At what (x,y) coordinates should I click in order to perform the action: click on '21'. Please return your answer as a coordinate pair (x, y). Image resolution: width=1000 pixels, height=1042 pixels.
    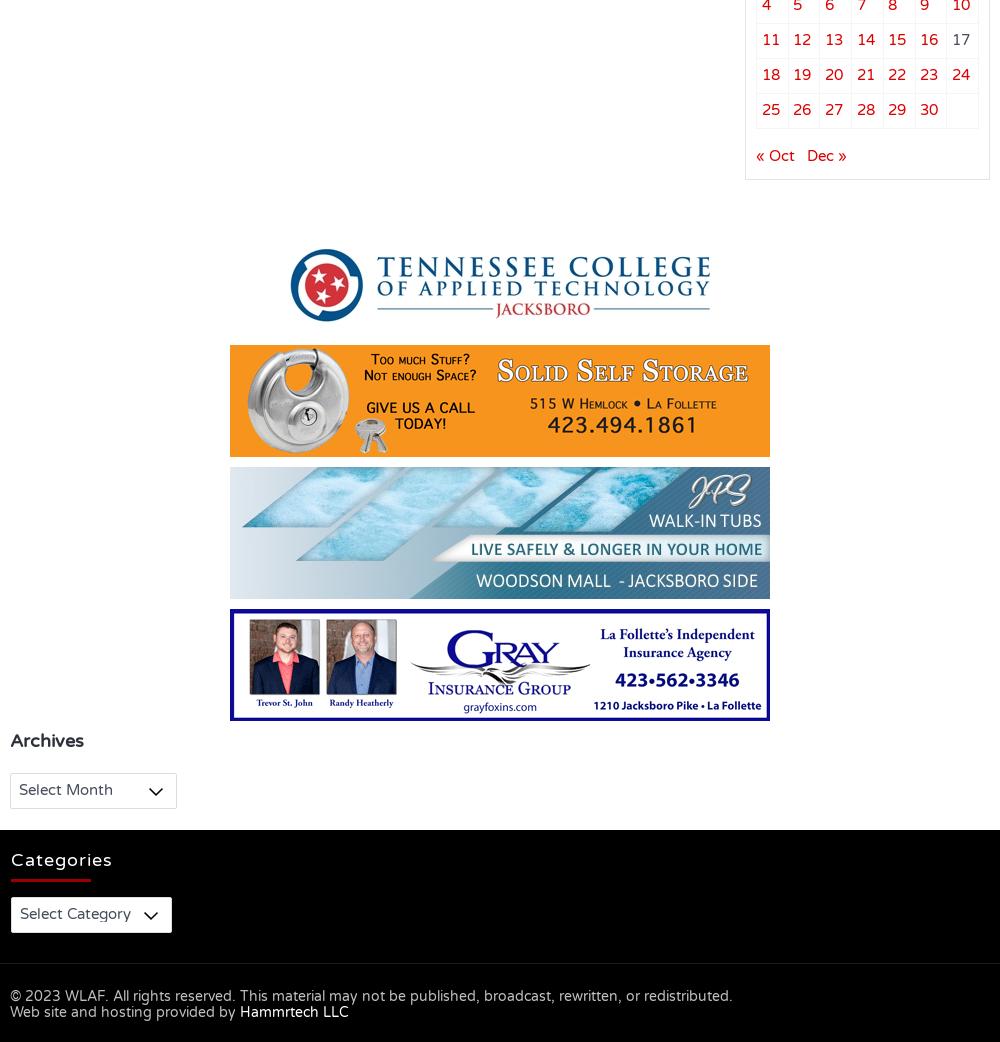
    Looking at the image, I should click on (864, 74).